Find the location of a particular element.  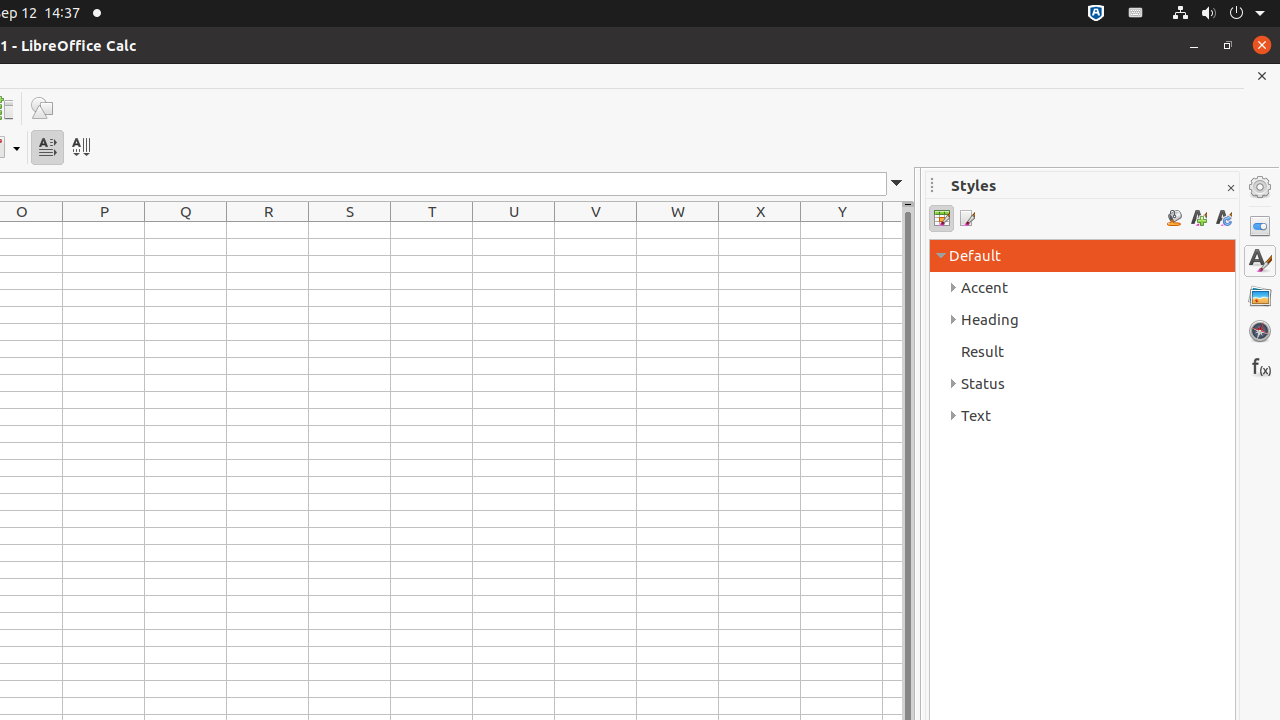

'Q1' is located at coordinates (185, 229).